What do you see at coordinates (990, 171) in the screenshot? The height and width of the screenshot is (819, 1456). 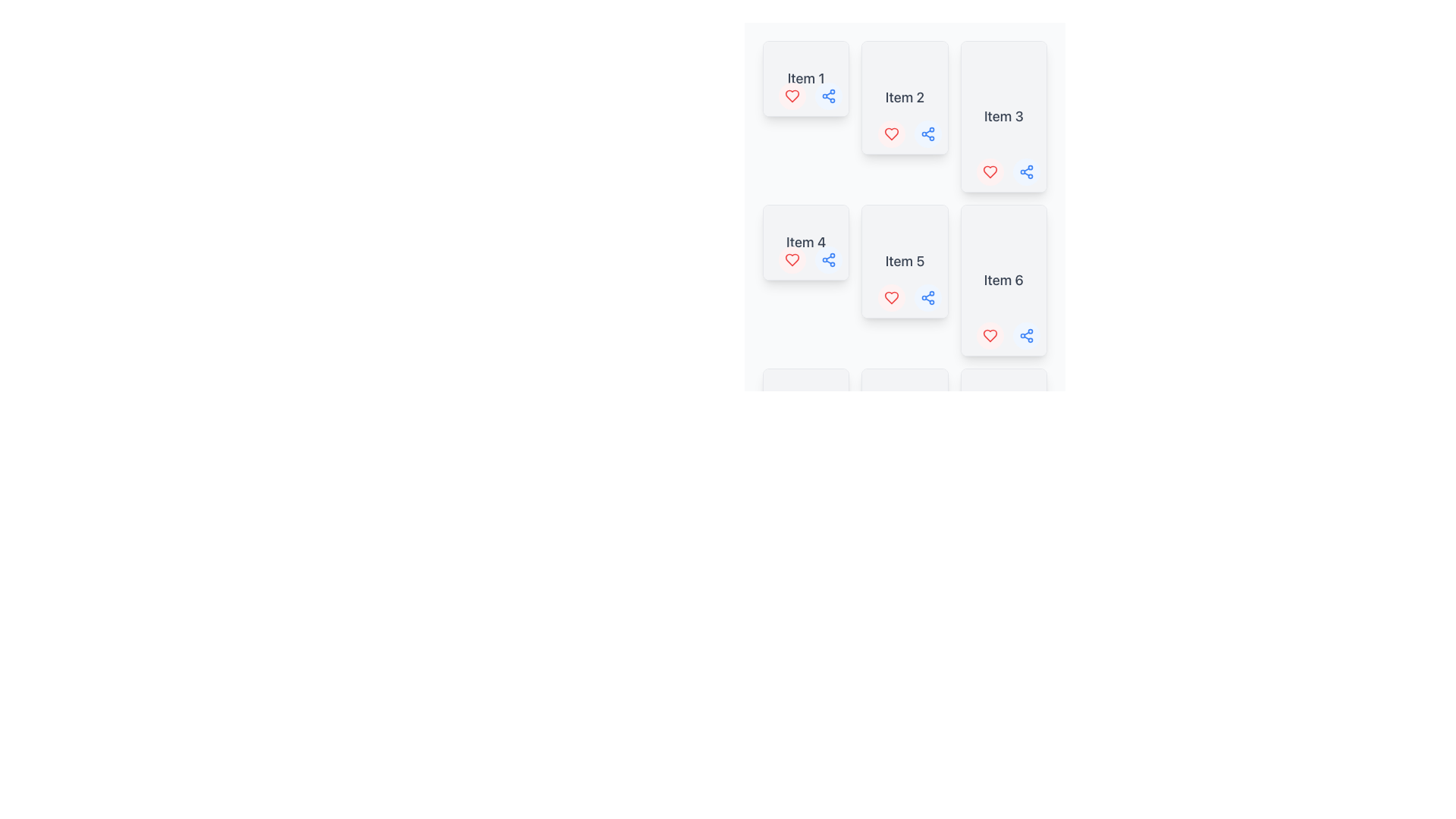 I see `the 'like' icon located in the interactive round button at the bottom-left corner of the card labeled 'Item 3'` at bounding box center [990, 171].